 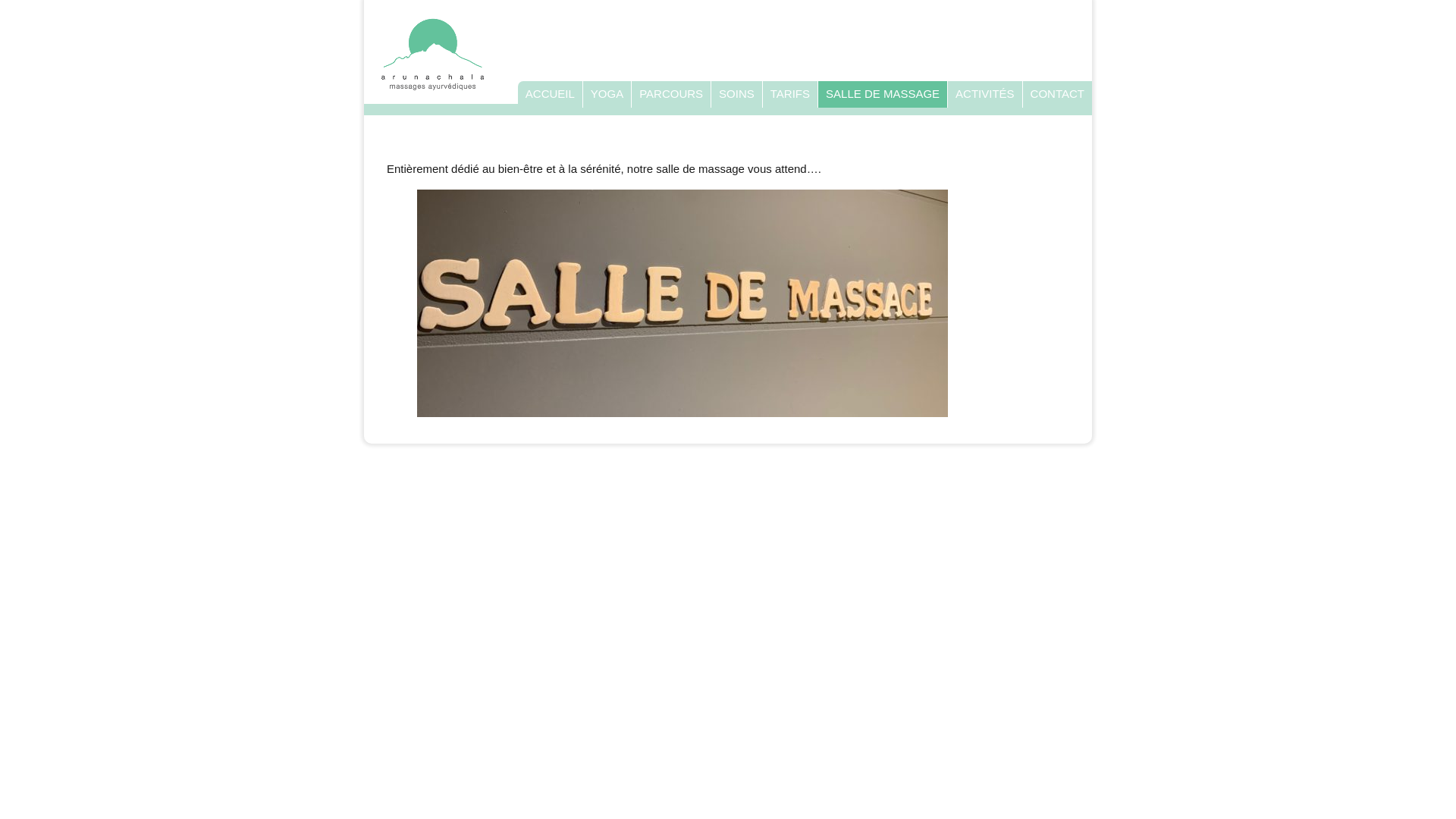 I want to click on 'ACCUEIL', so click(x=549, y=93).